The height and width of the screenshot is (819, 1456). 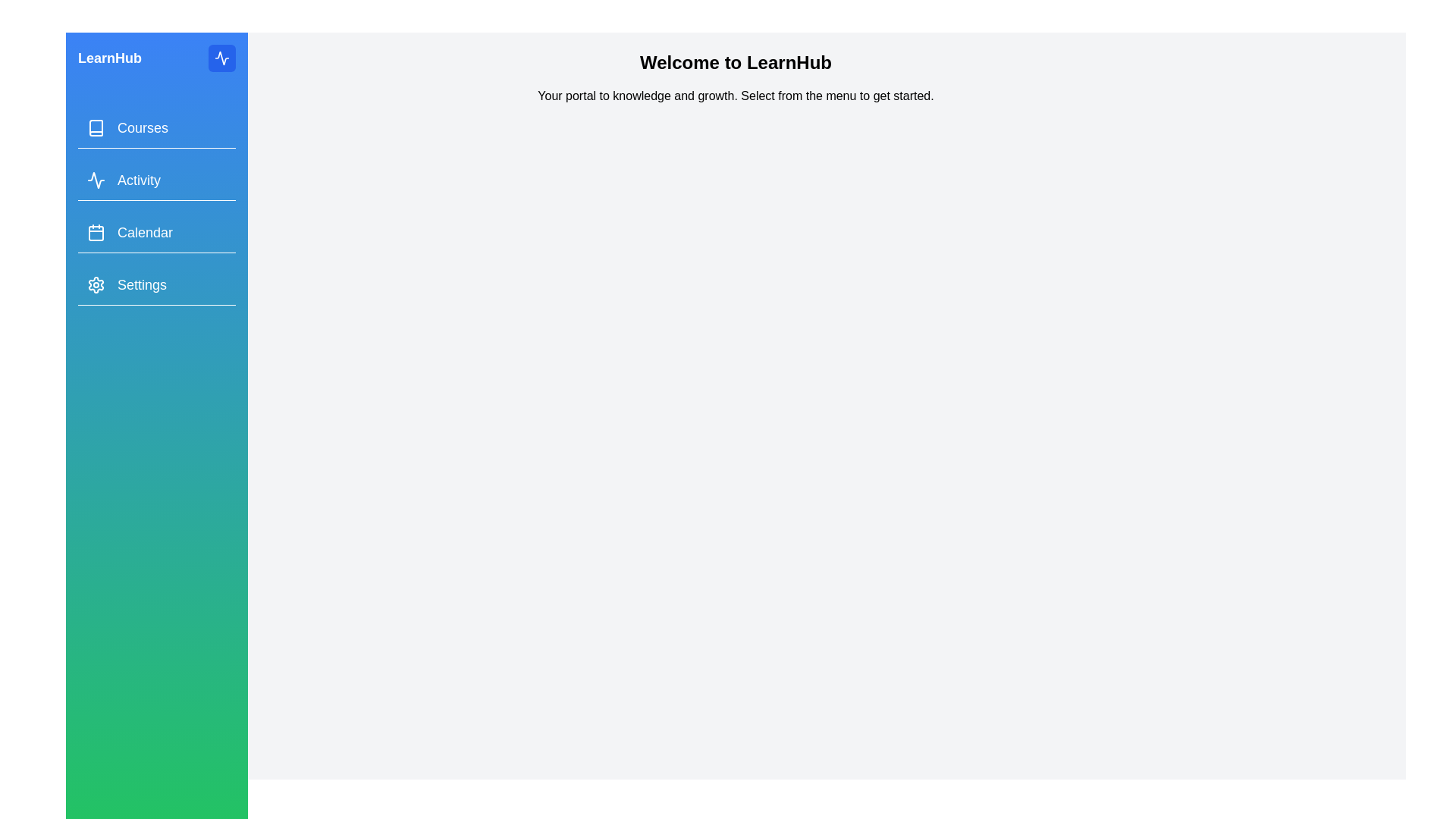 I want to click on the toggle button to close the drawer, so click(x=221, y=58).